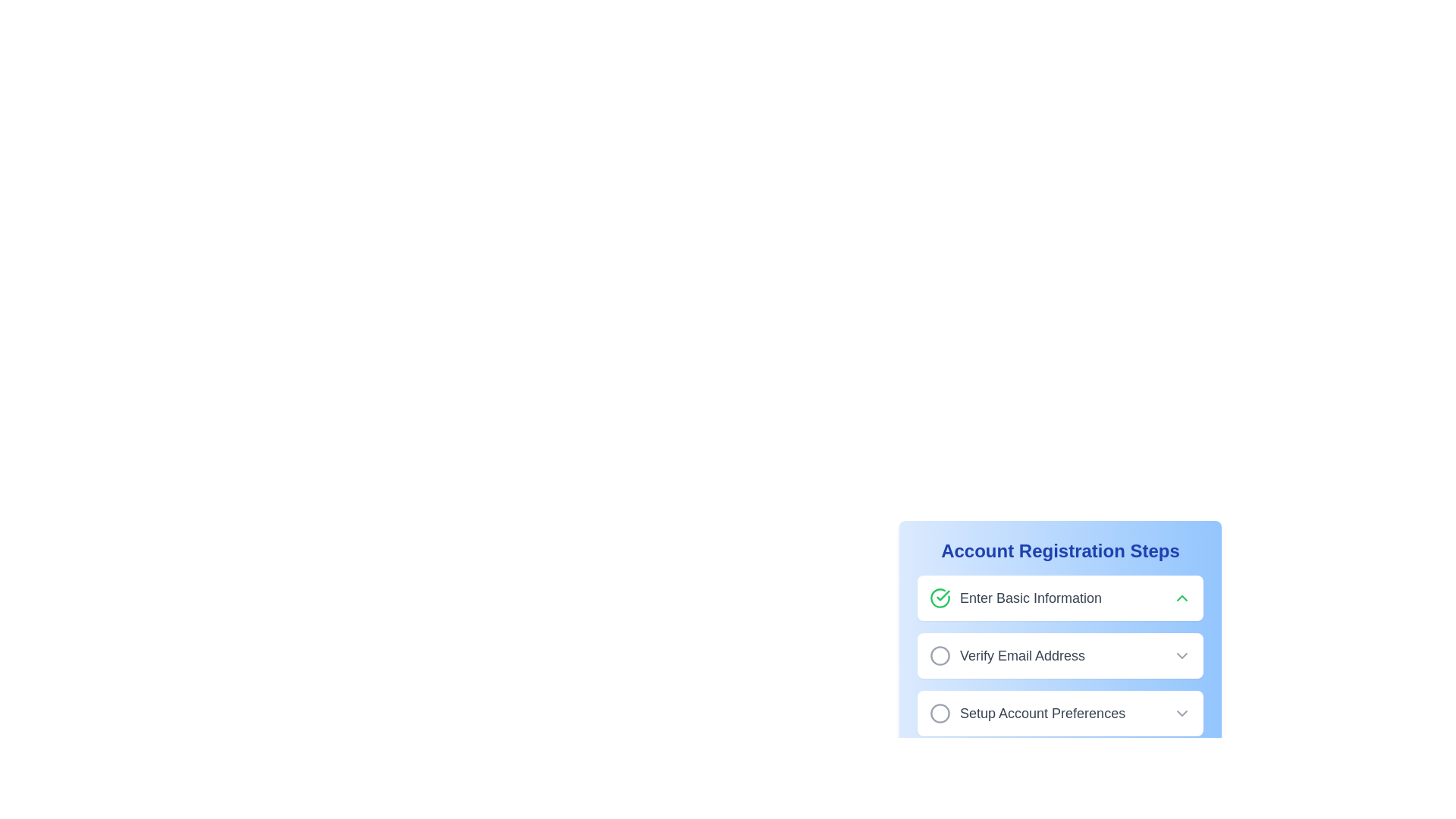 The width and height of the screenshot is (1456, 819). What do you see at coordinates (939, 654) in the screenshot?
I see `the circular gray icon with an outlined circle design, which is located to the left of the text 'Verify Email Address' and serves as an icon for this step in the list` at bounding box center [939, 654].